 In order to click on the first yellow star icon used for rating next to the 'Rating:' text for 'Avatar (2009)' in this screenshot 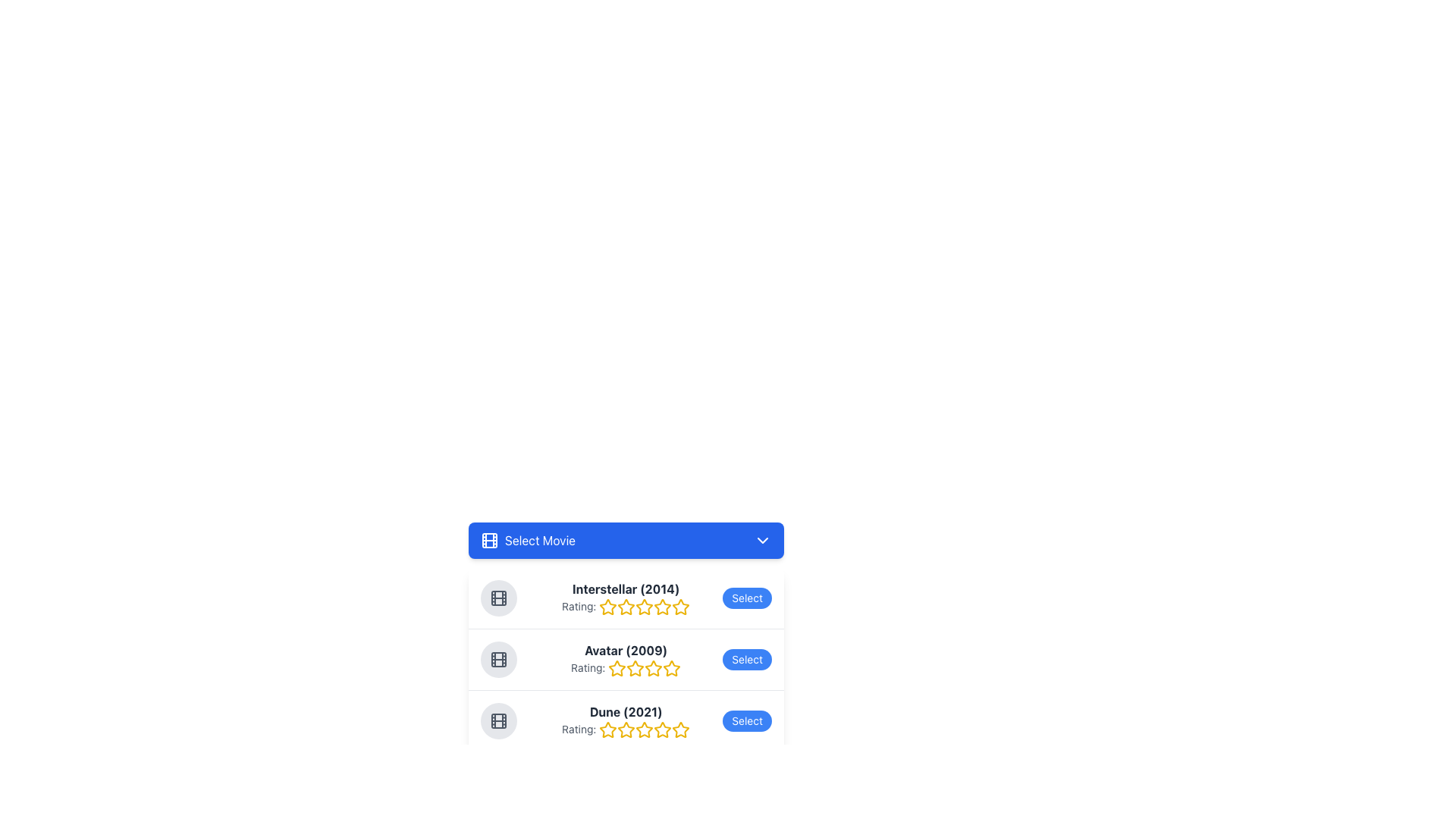, I will do `click(617, 668)`.